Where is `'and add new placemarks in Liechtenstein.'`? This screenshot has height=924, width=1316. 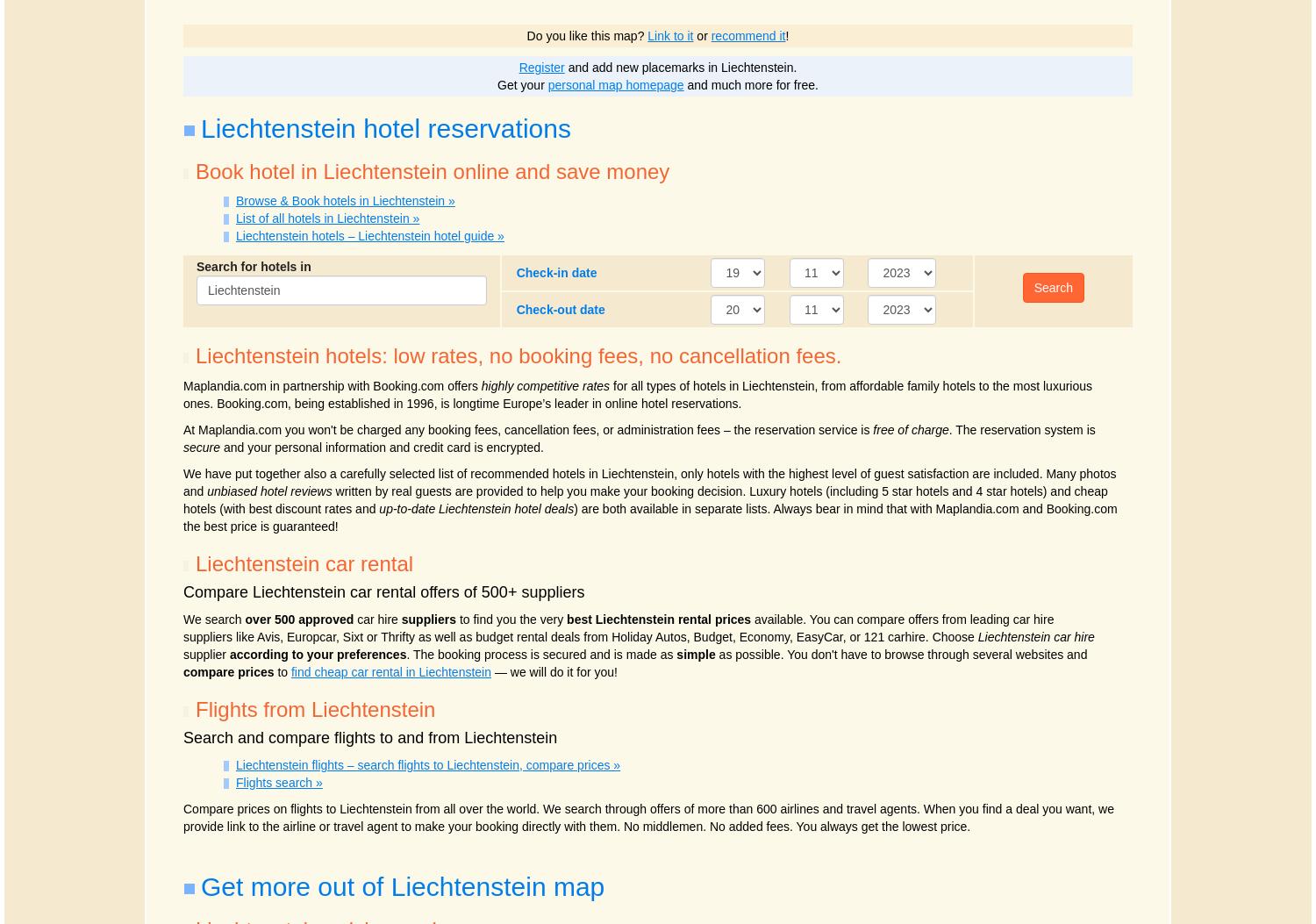 'and add new placemarks in Liechtenstein.' is located at coordinates (680, 66).